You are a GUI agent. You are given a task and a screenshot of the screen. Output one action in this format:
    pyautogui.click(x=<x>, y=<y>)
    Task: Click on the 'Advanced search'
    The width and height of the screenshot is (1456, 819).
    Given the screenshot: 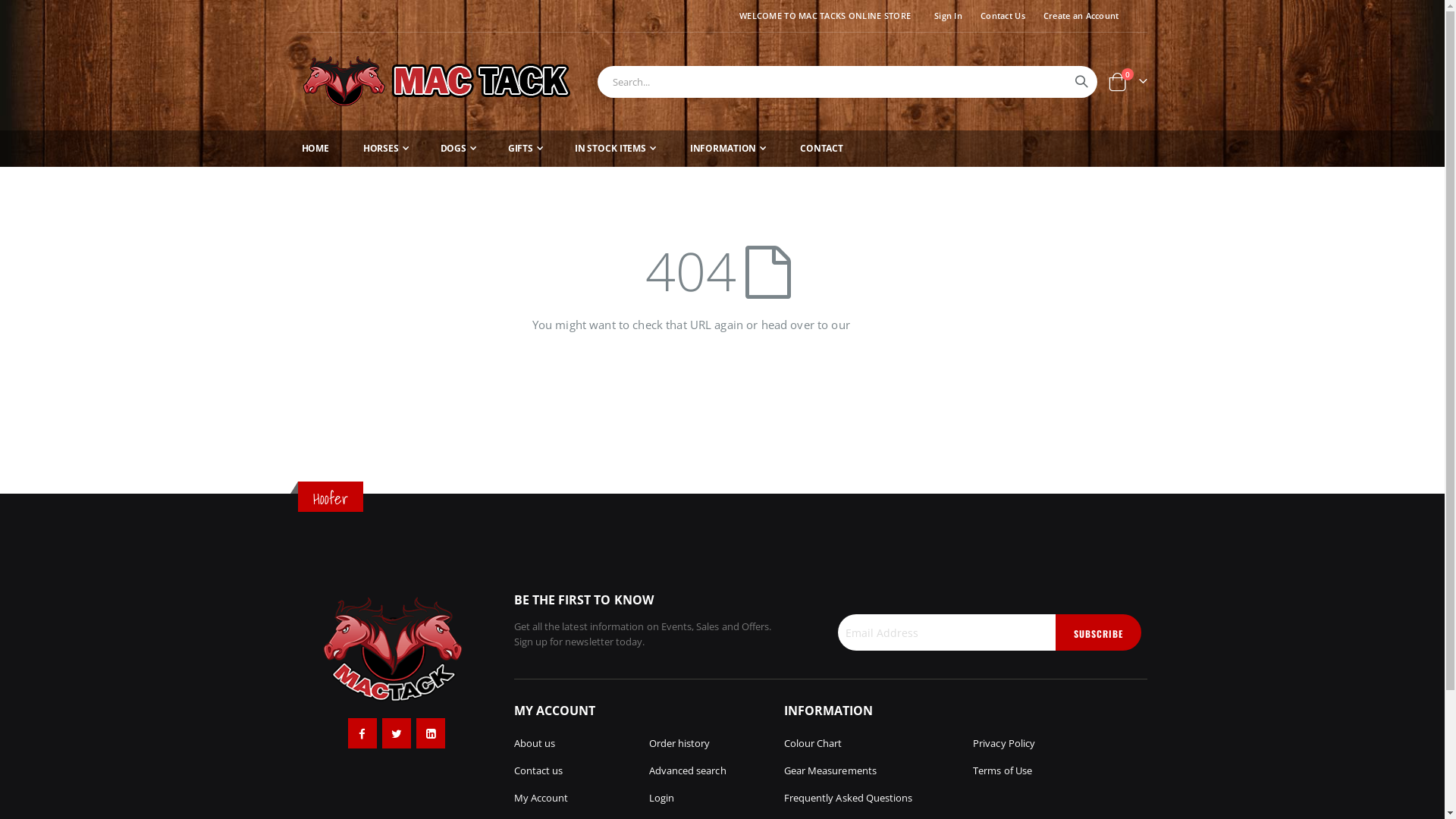 What is the action you would take?
    pyautogui.click(x=687, y=770)
    